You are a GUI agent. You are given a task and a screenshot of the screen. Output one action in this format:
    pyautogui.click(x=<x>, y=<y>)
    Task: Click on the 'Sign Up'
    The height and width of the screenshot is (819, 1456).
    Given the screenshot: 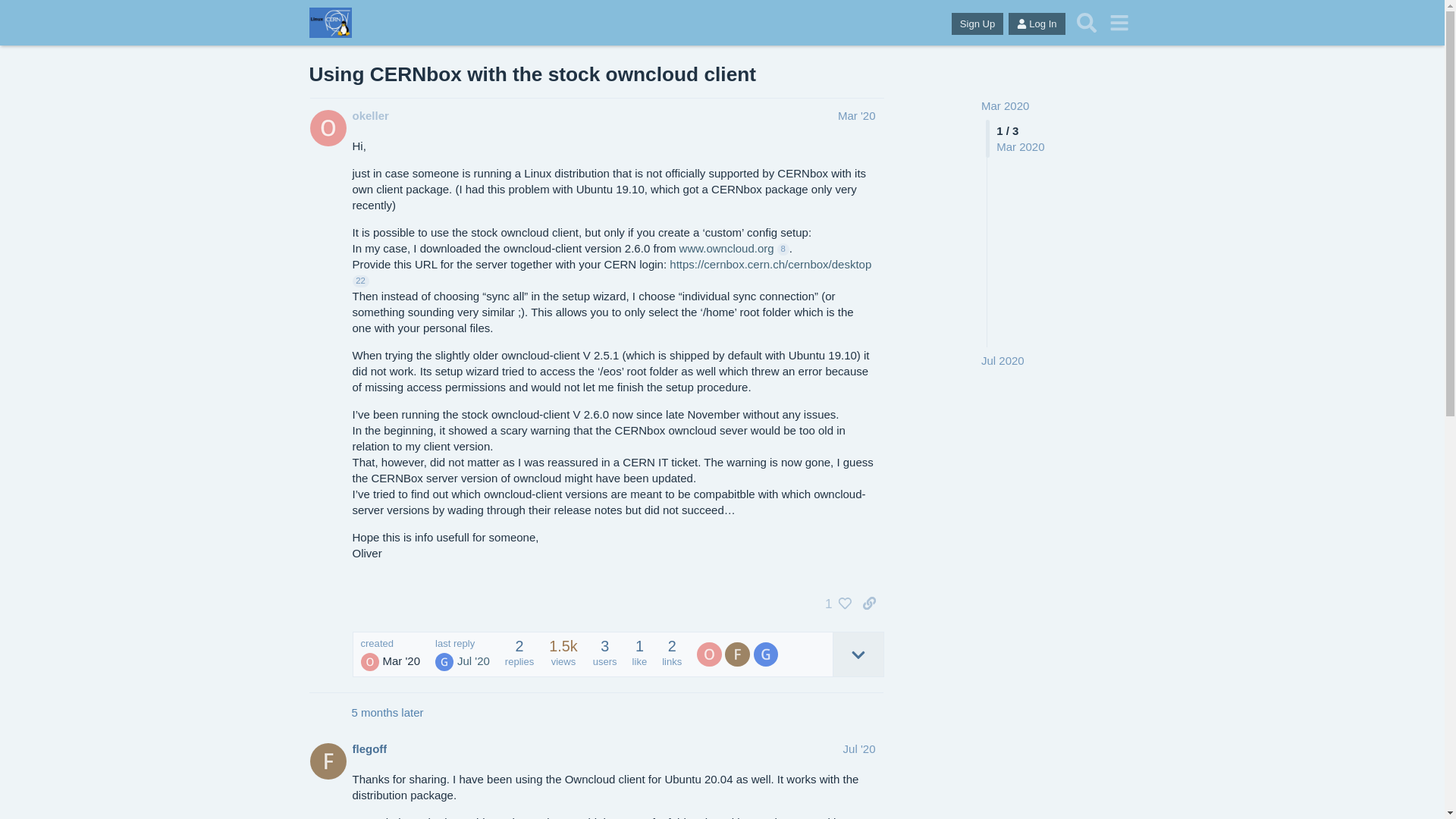 What is the action you would take?
    pyautogui.click(x=977, y=24)
    